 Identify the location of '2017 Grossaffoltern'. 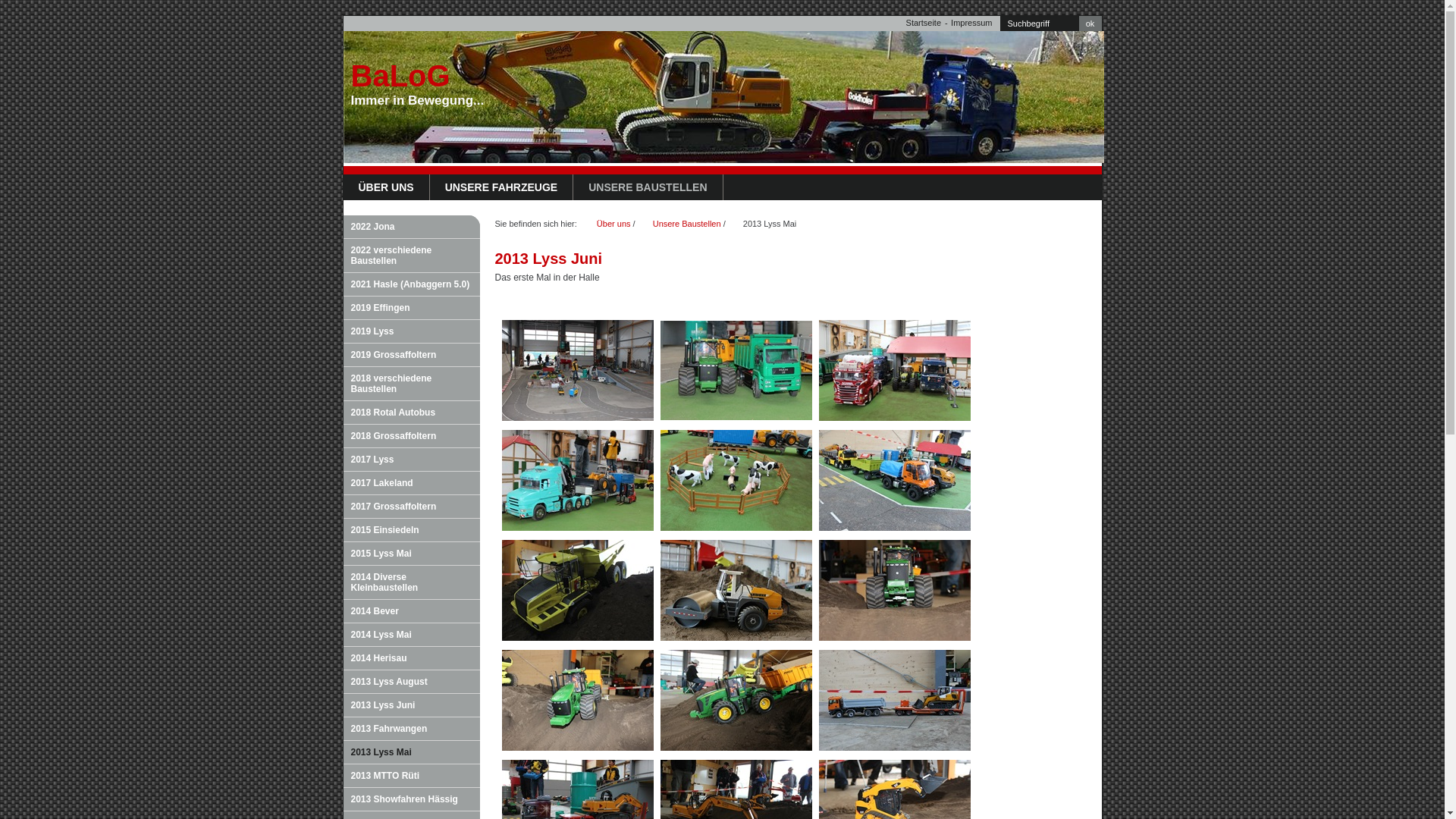
(341, 507).